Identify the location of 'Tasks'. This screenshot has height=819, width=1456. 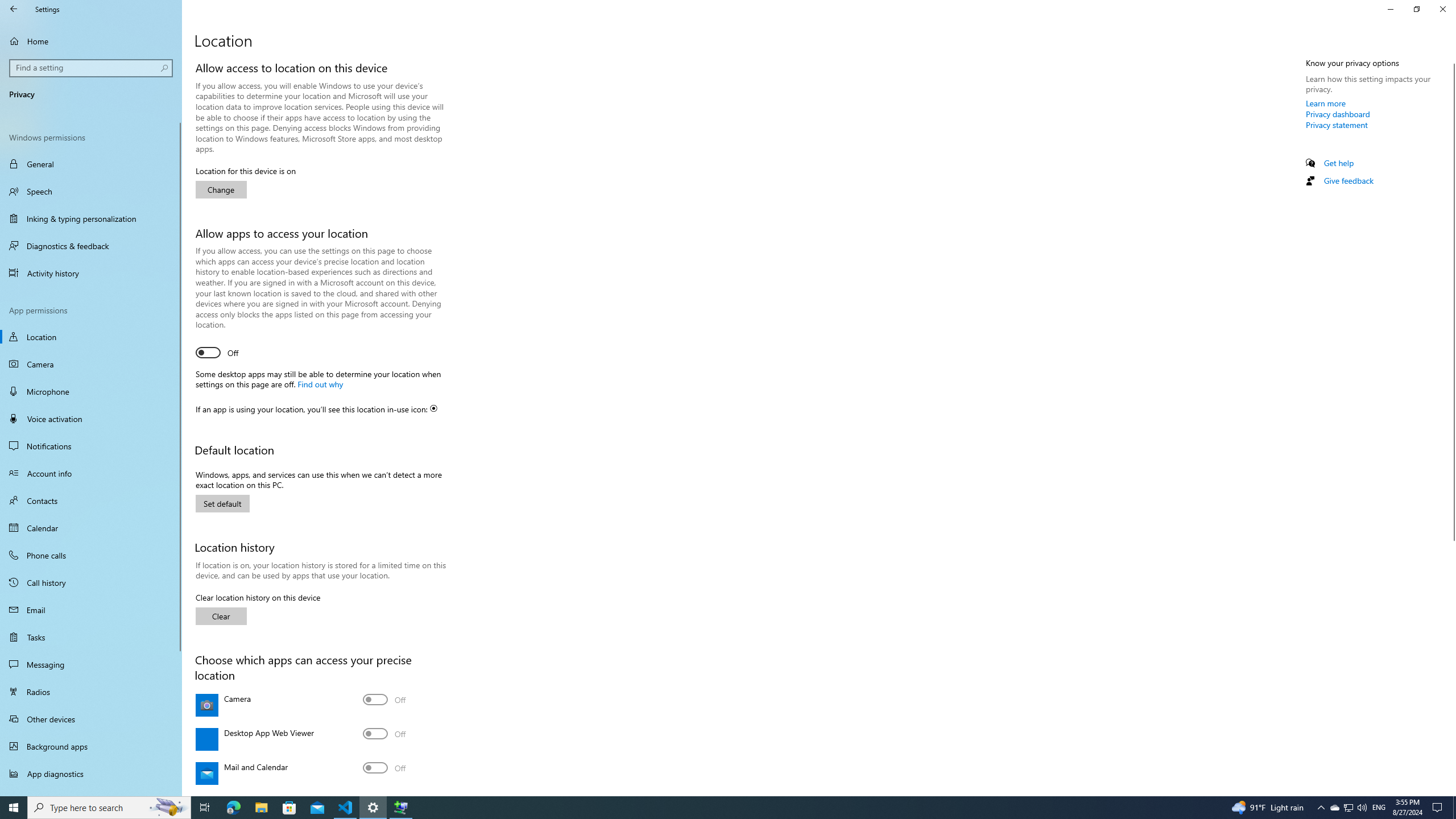
(90, 636).